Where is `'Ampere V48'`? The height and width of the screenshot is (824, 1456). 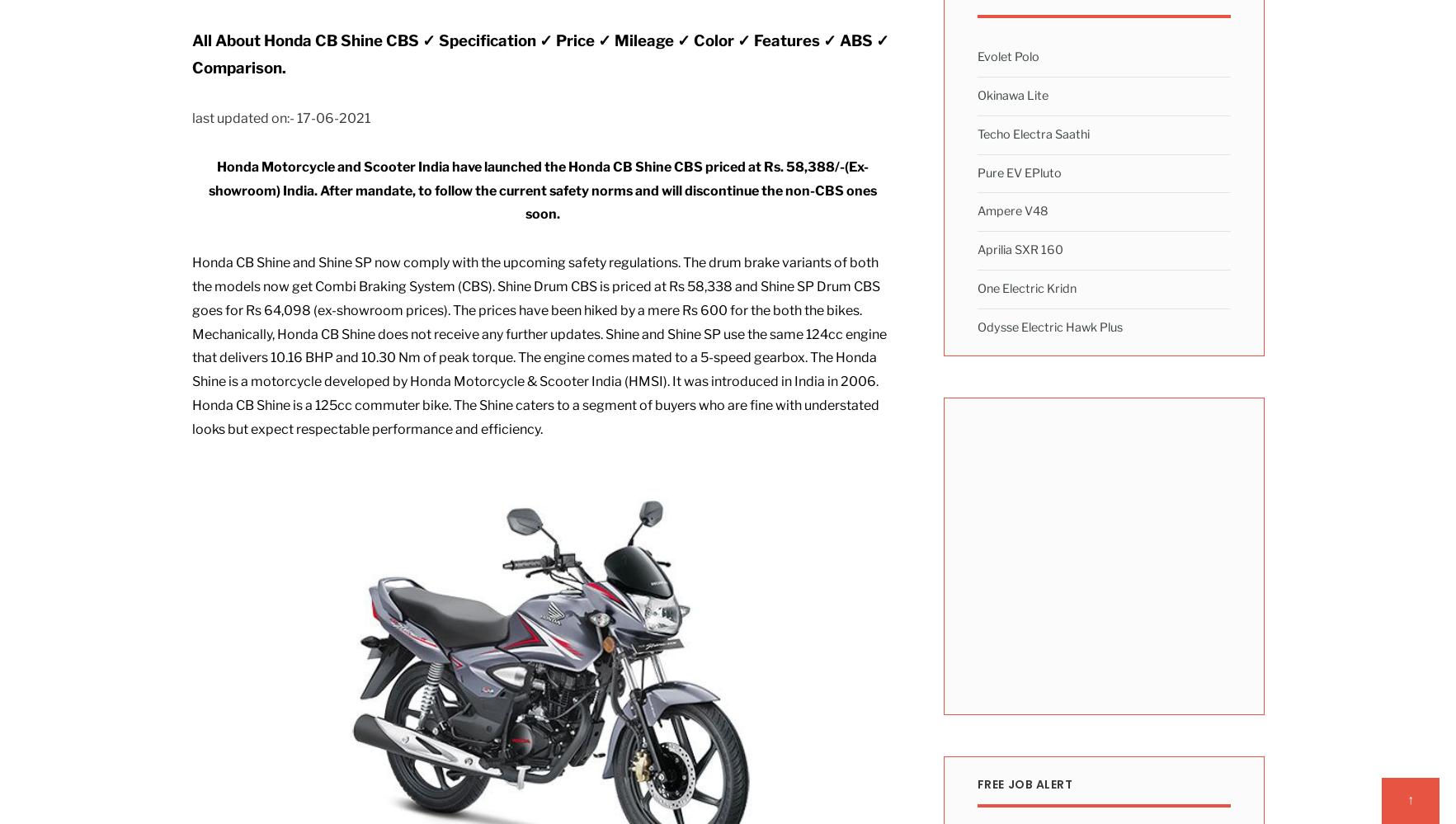 'Ampere V48' is located at coordinates (1012, 211).